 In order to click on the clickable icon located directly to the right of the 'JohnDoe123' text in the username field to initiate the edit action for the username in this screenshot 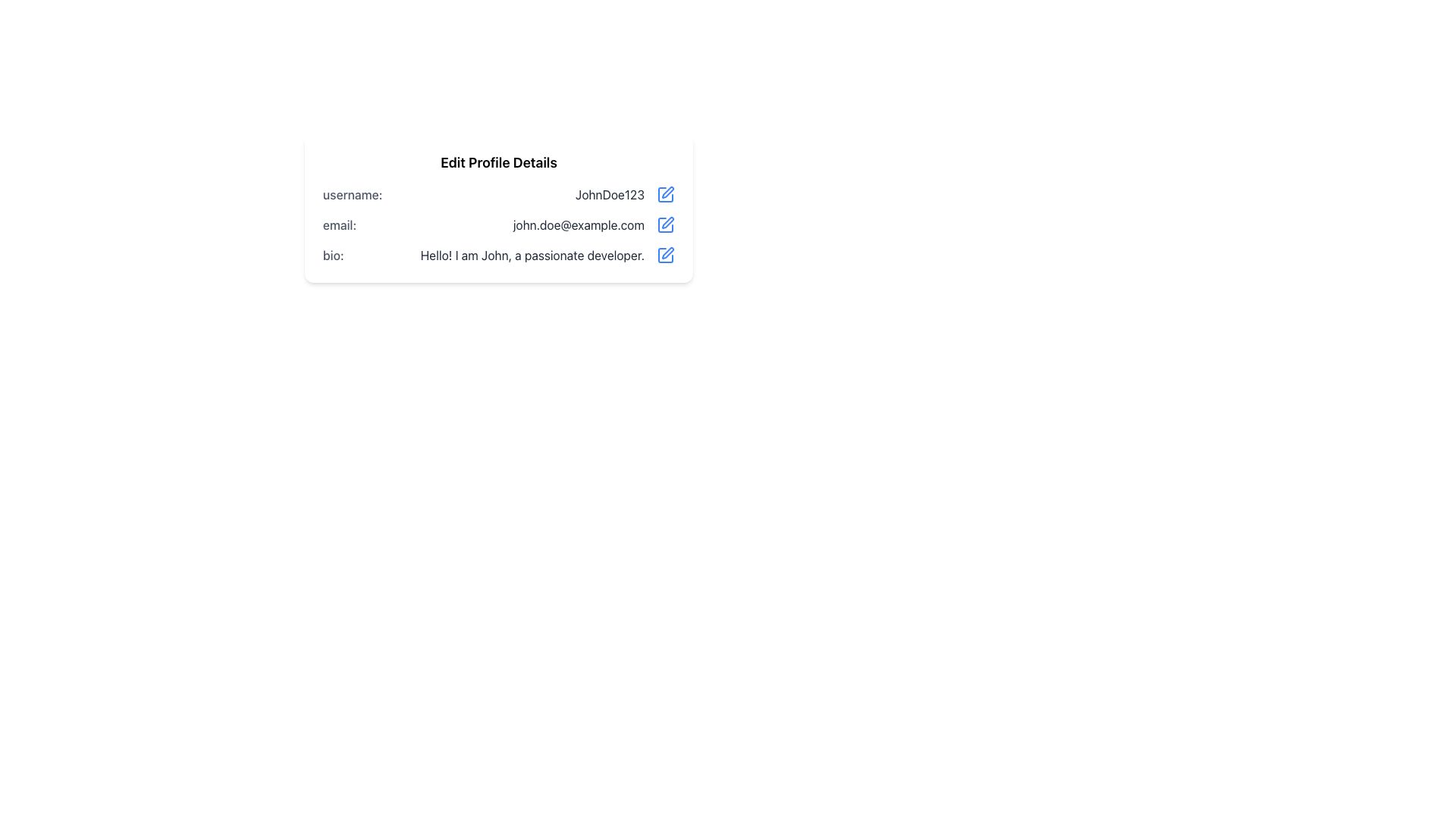, I will do `click(666, 194)`.